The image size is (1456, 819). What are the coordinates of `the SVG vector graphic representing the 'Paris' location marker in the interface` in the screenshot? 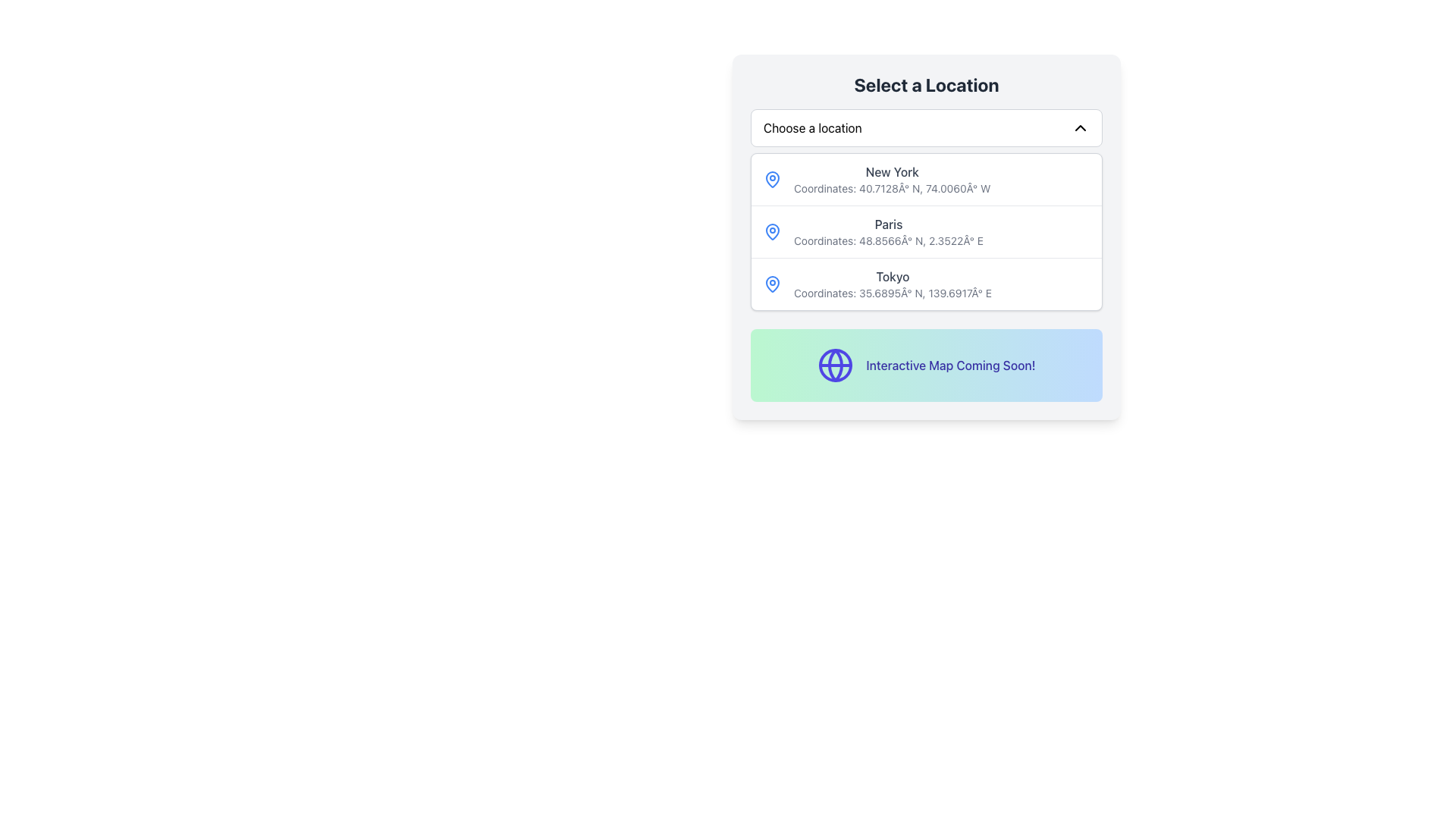 It's located at (772, 231).